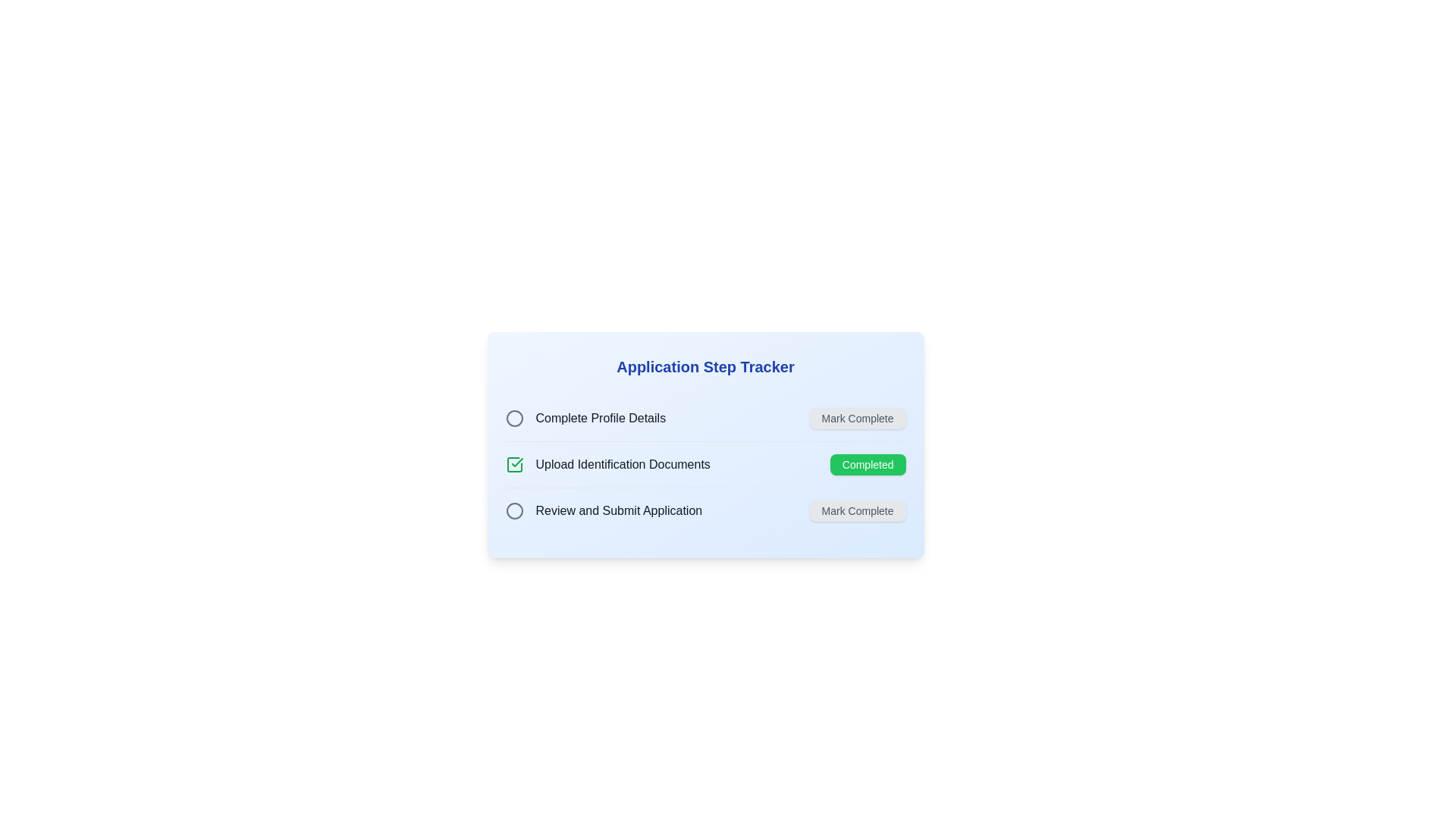 The image size is (1456, 819). Describe the element at coordinates (619, 511) in the screenshot. I see `the label indicating the step 'Review and Submit Application' in the Application Step Tracker, located between 'Upload Identification Documents' and 'Mark Complete'` at that location.